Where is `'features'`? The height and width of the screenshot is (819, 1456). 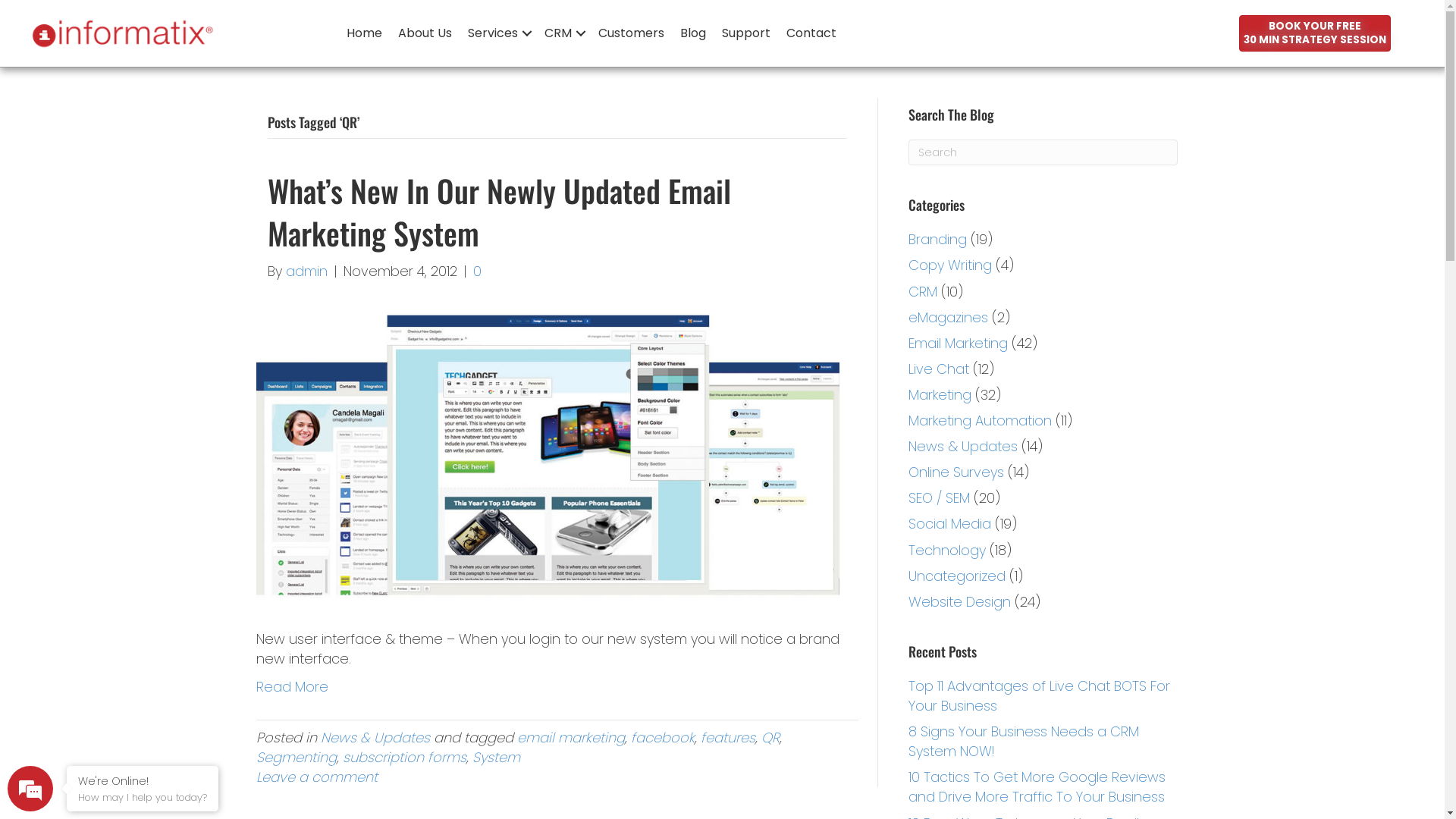
'features' is located at coordinates (728, 736).